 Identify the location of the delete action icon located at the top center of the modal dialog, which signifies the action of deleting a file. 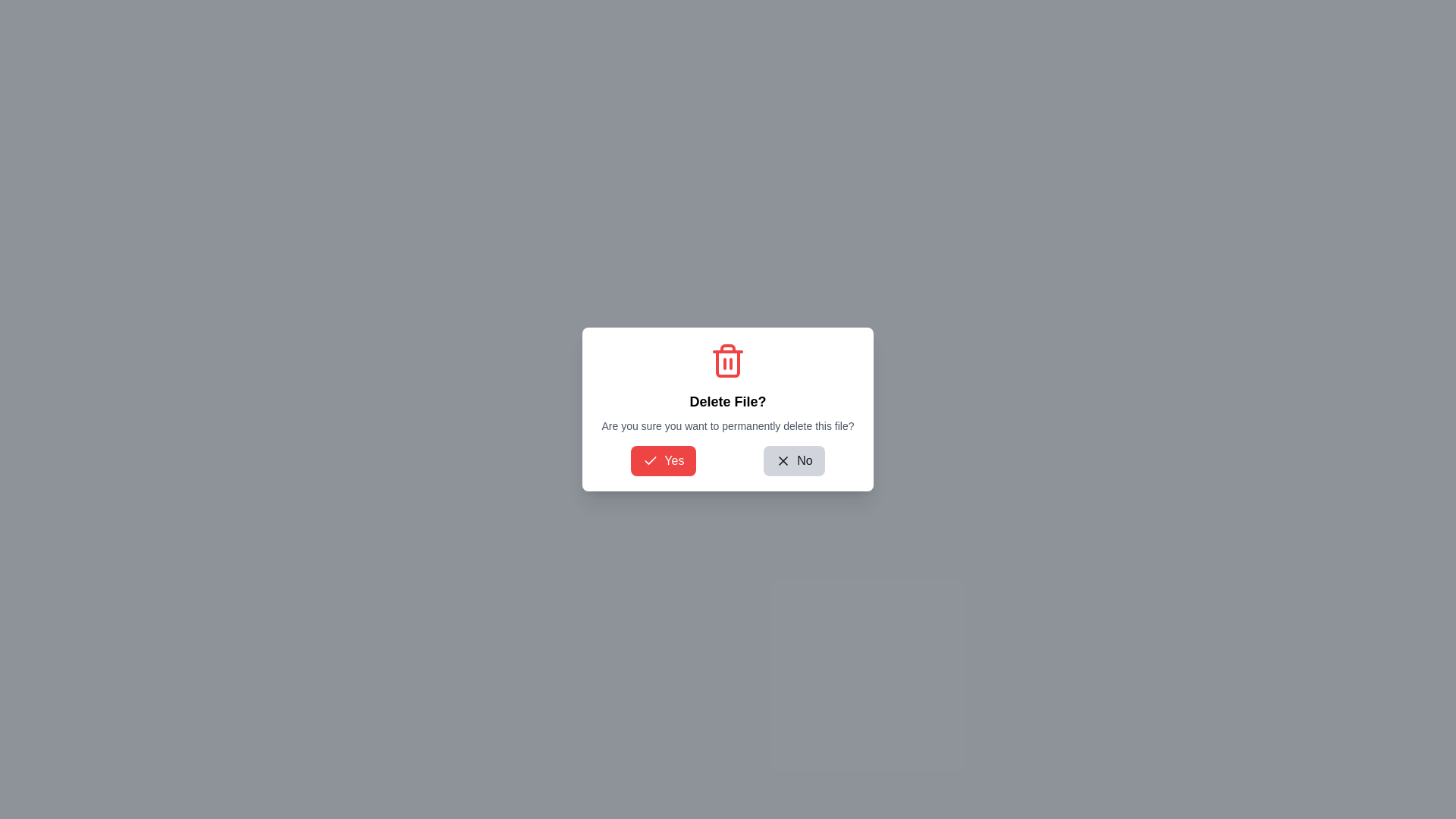
(728, 360).